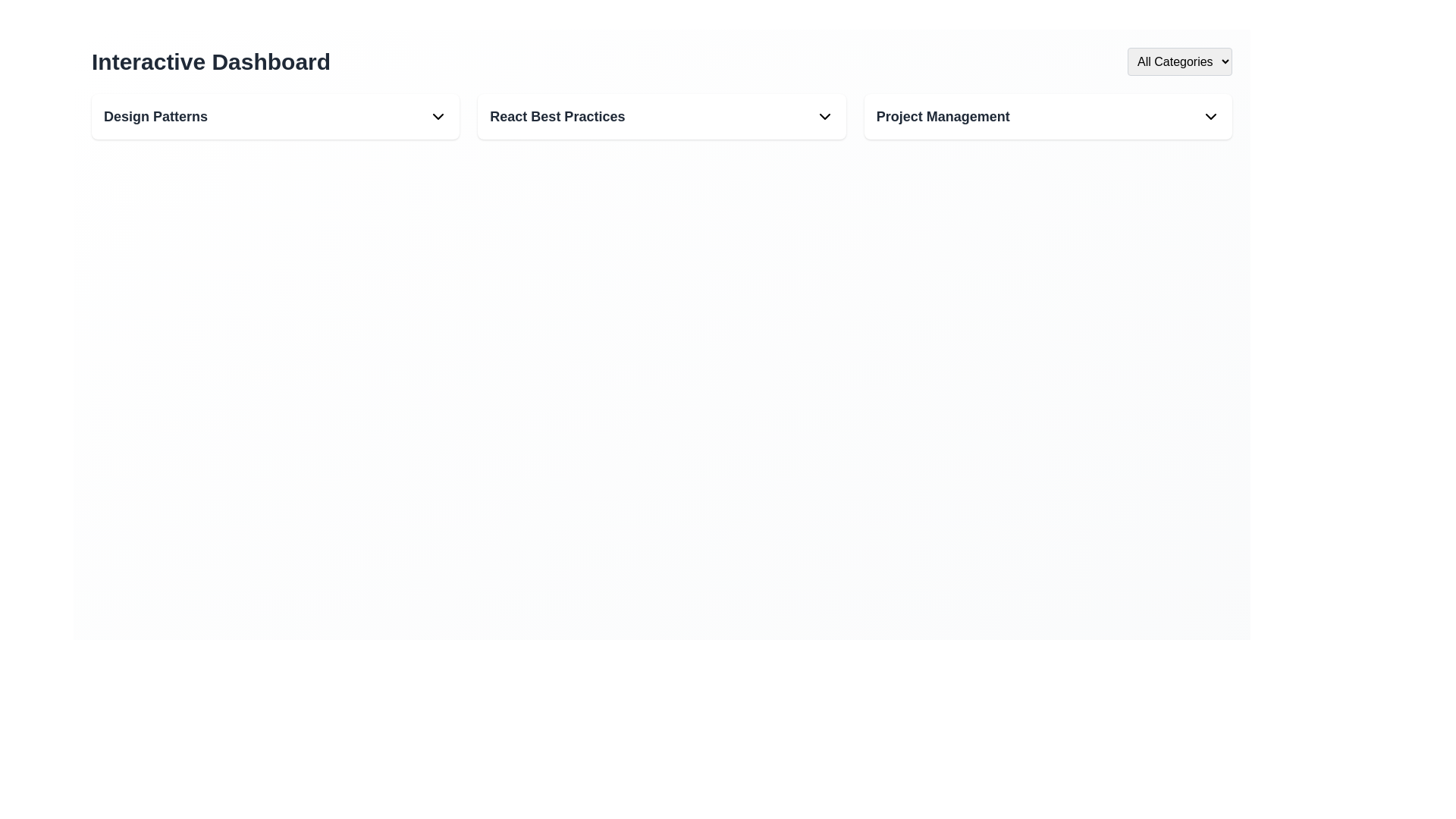 This screenshot has height=819, width=1456. What do you see at coordinates (557, 116) in the screenshot?
I see `the text label displaying 'React Best Practices' which is positioned at the top-center of the interface between 'Design Patterns' and 'Project Management'` at bounding box center [557, 116].